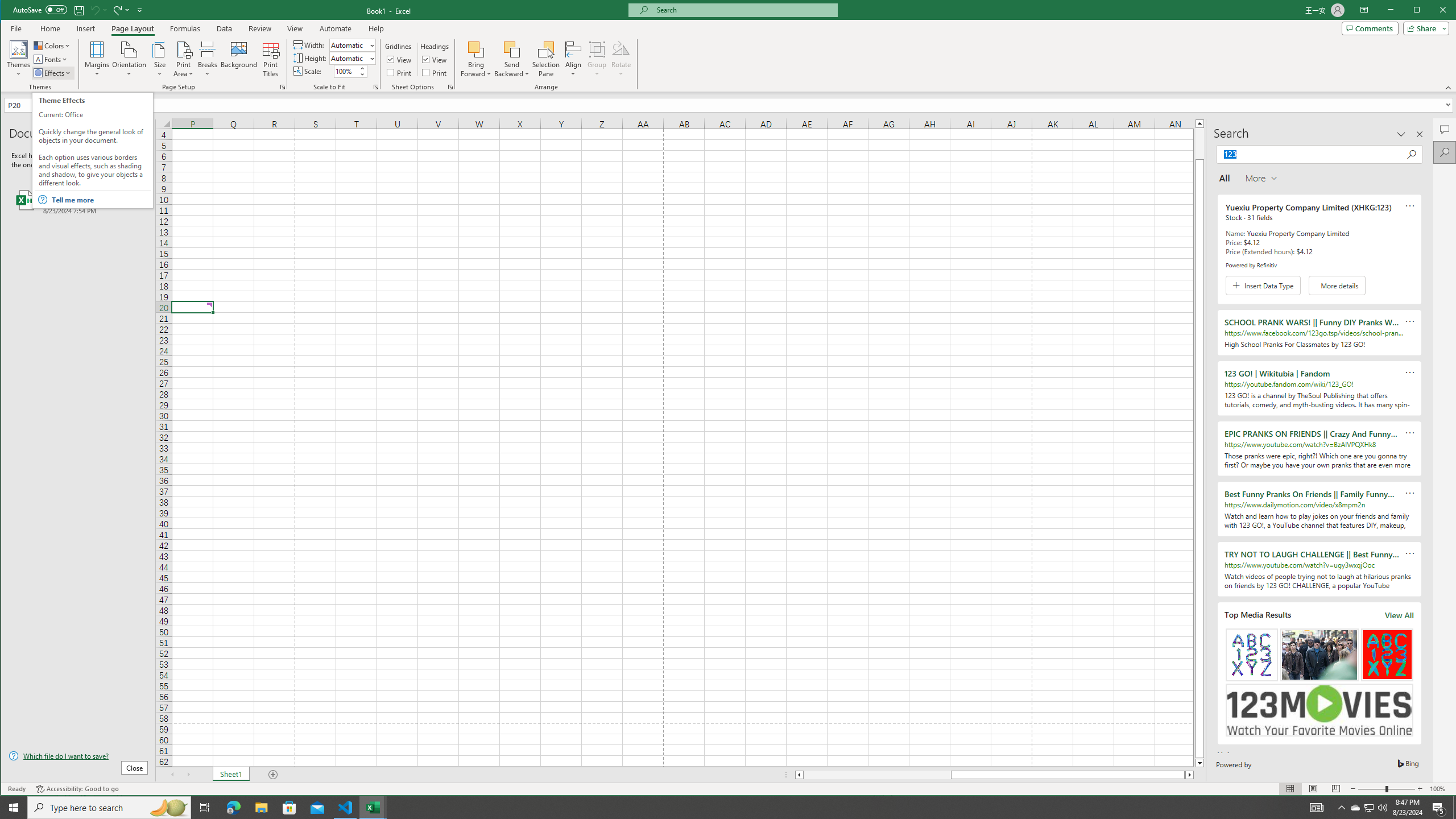  Describe the element at coordinates (271, 59) in the screenshot. I see `'Print Titles'` at that location.